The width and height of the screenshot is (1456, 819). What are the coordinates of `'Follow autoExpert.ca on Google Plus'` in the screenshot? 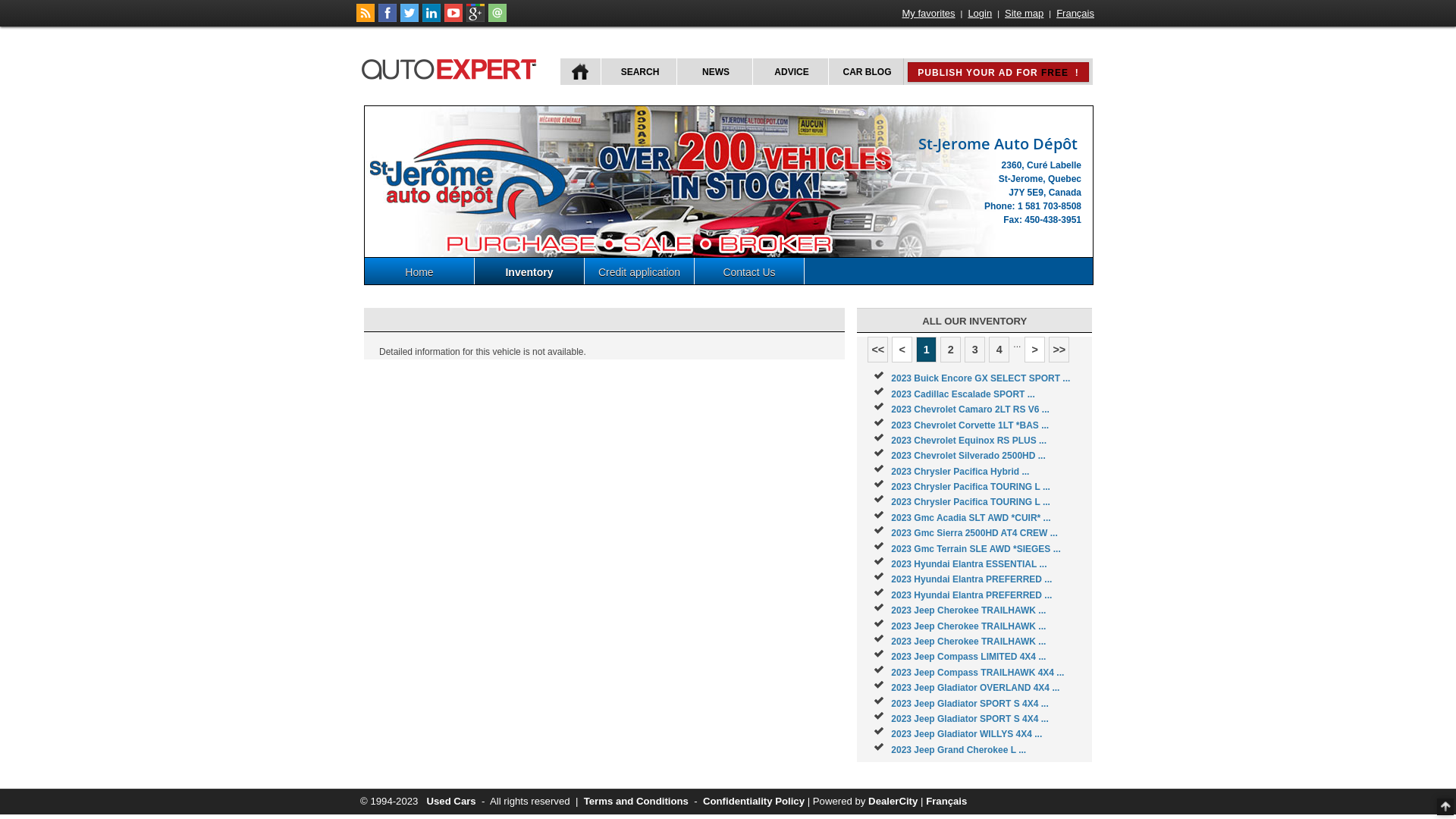 It's located at (475, 18).